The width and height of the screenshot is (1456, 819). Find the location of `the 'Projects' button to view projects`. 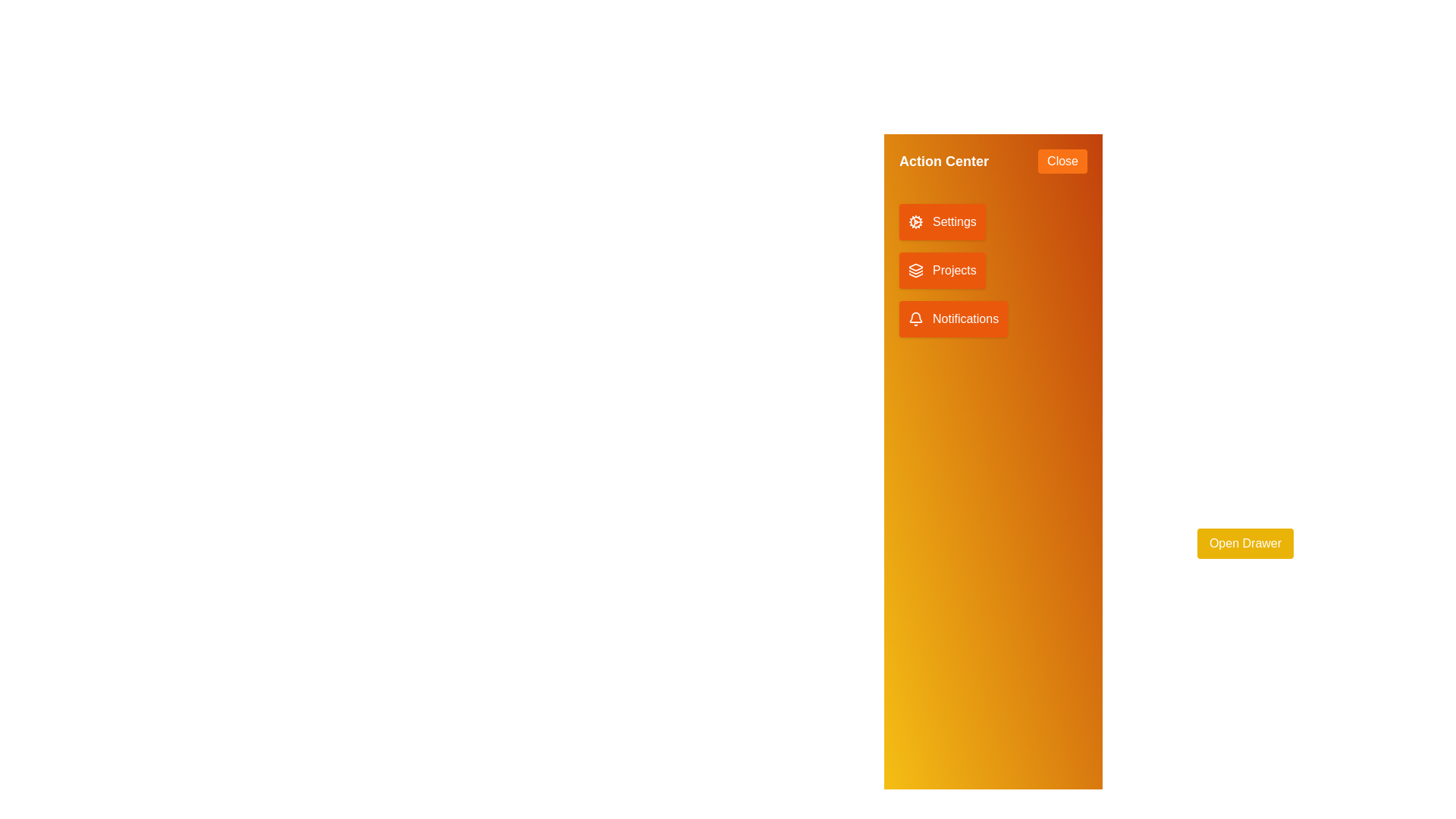

the 'Projects' button to view projects is located at coordinates (941, 270).